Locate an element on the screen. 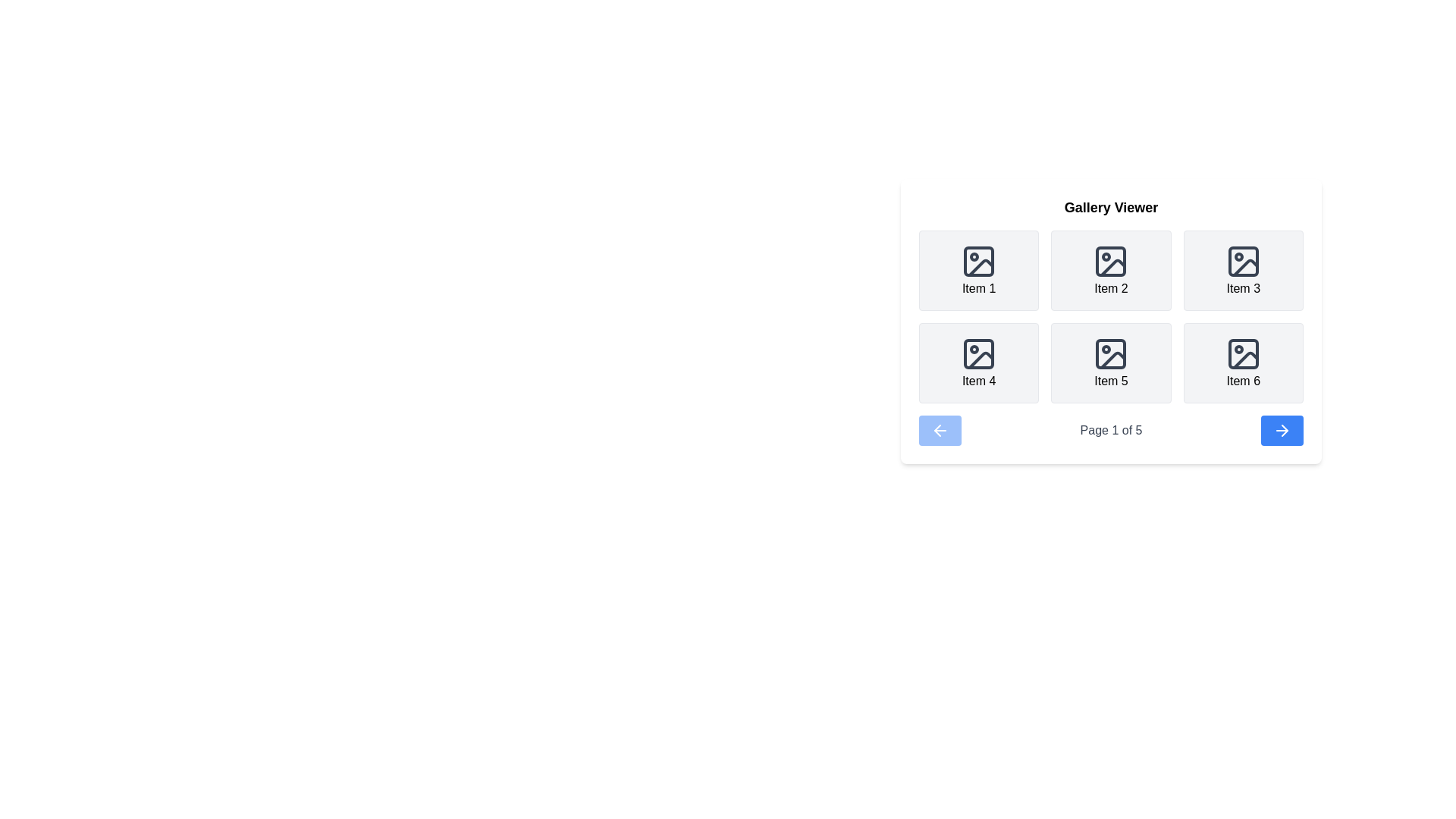  the text label displaying 'Page 1 of 5' in gray font, located centrally below the main gallery display area in the pagination section is located at coordinates (1111, 430).